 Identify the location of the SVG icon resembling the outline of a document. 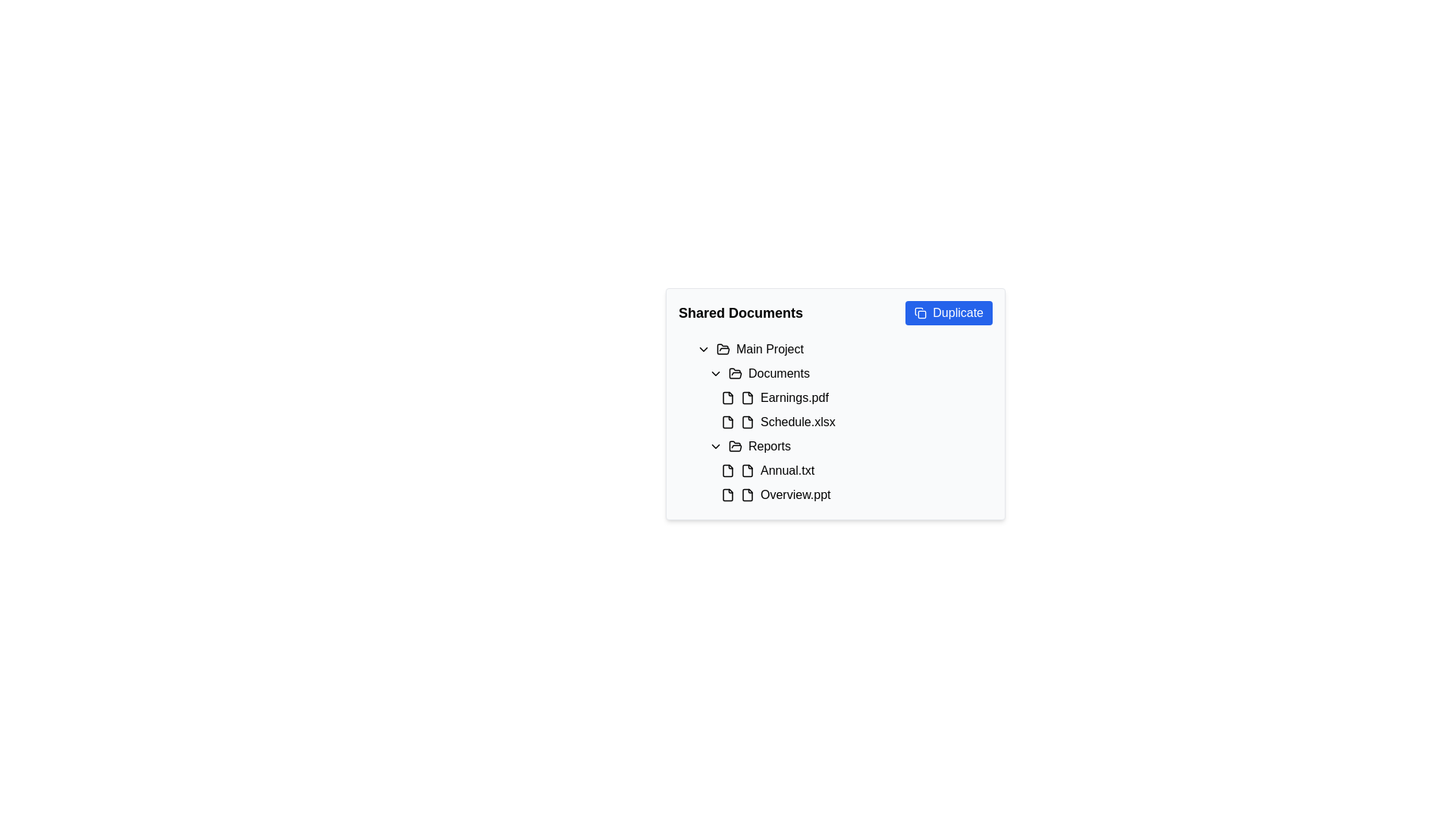
(747, 422).